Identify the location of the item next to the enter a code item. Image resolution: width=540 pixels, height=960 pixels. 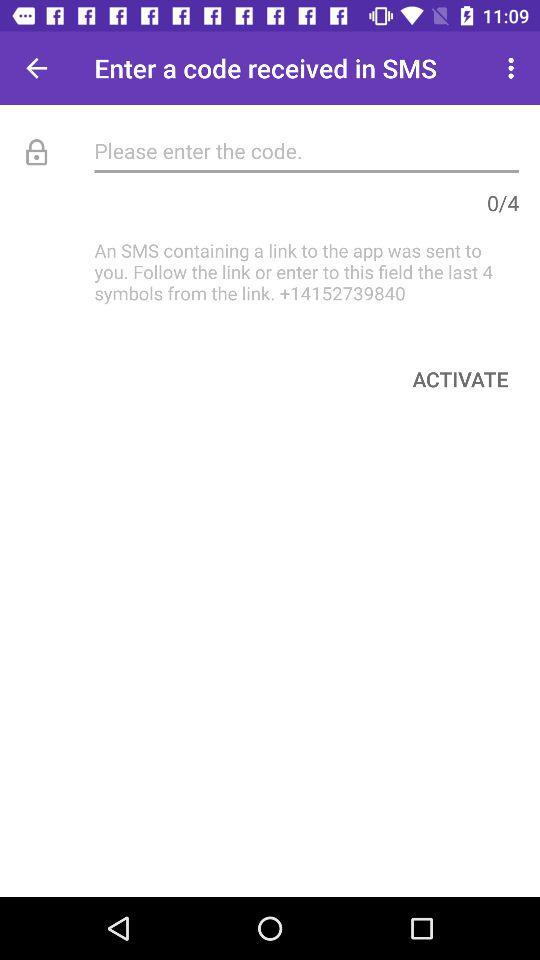
(36, 68).